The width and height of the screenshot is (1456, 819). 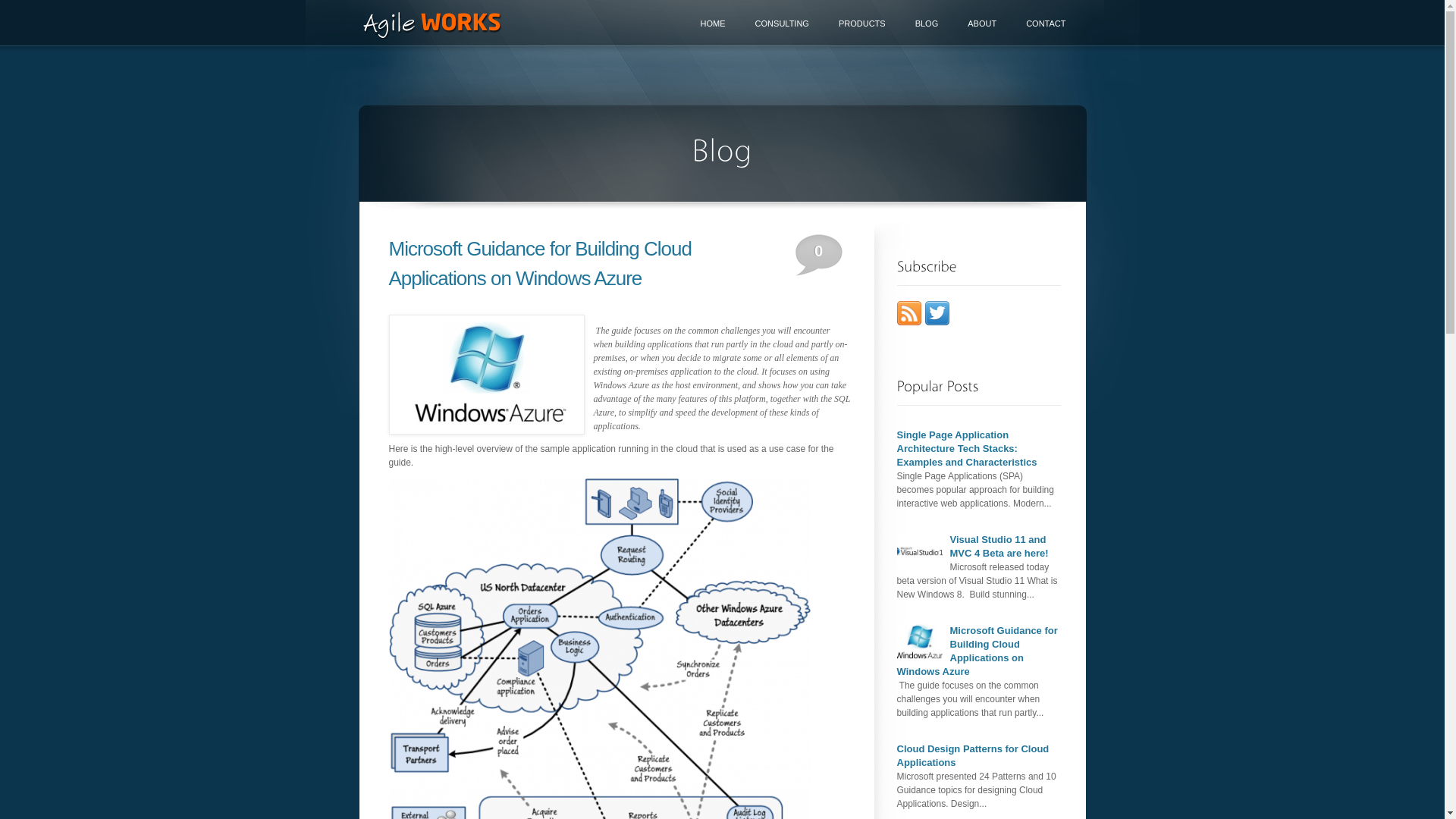 I want to click on 'ABOUT', so click(x=953, y=24).